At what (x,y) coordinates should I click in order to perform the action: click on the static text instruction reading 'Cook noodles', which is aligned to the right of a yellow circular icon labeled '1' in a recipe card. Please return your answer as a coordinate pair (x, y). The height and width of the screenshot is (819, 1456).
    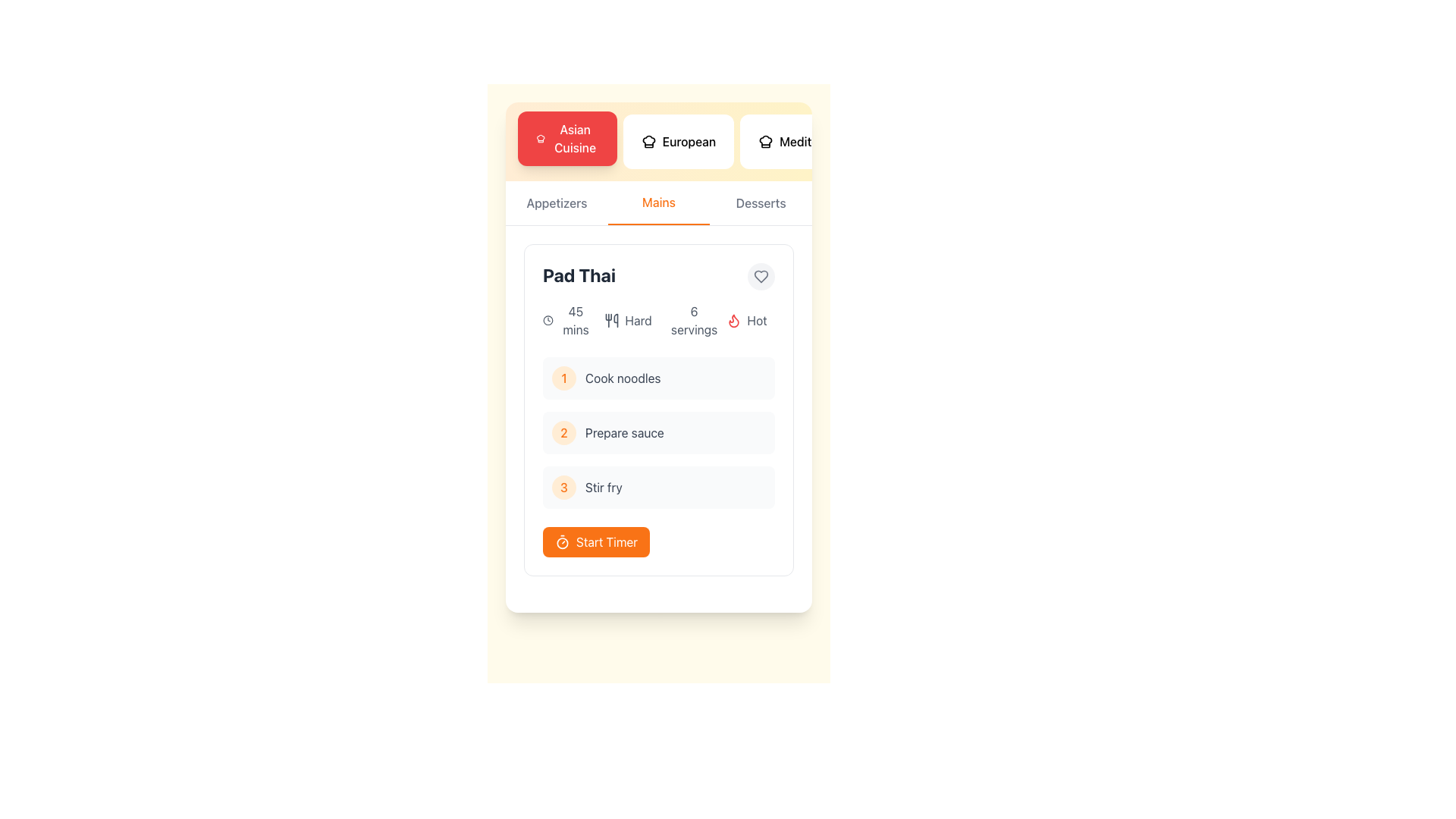
    Looking at the image, I should click on (623, 377).